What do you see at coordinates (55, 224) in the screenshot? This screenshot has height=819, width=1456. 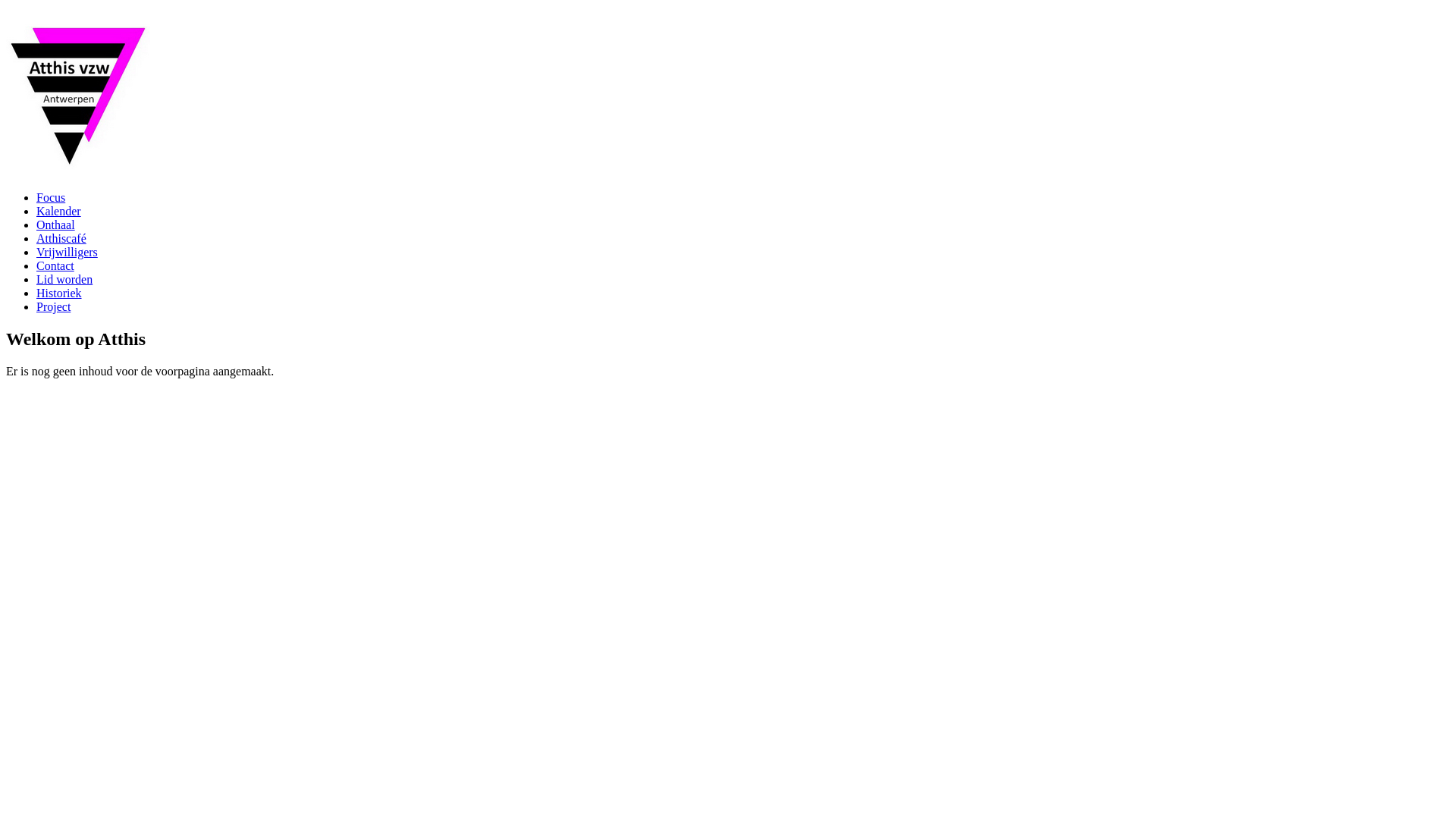 I see `'Onthaal'` at bounding box center [55, 224].